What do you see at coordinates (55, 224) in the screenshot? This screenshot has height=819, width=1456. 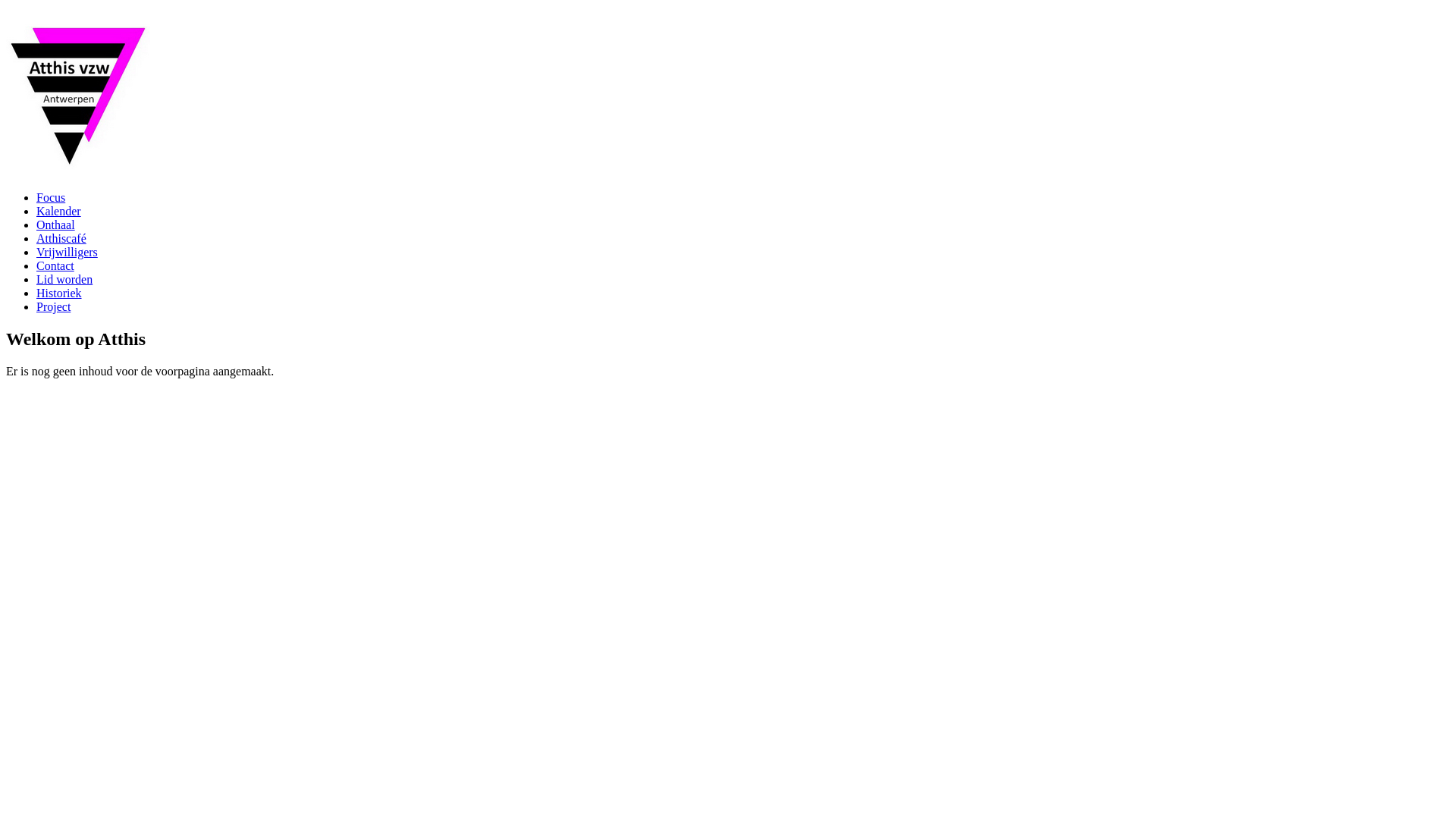 I see `'Onthaal'` at bounding box center [55, 224].